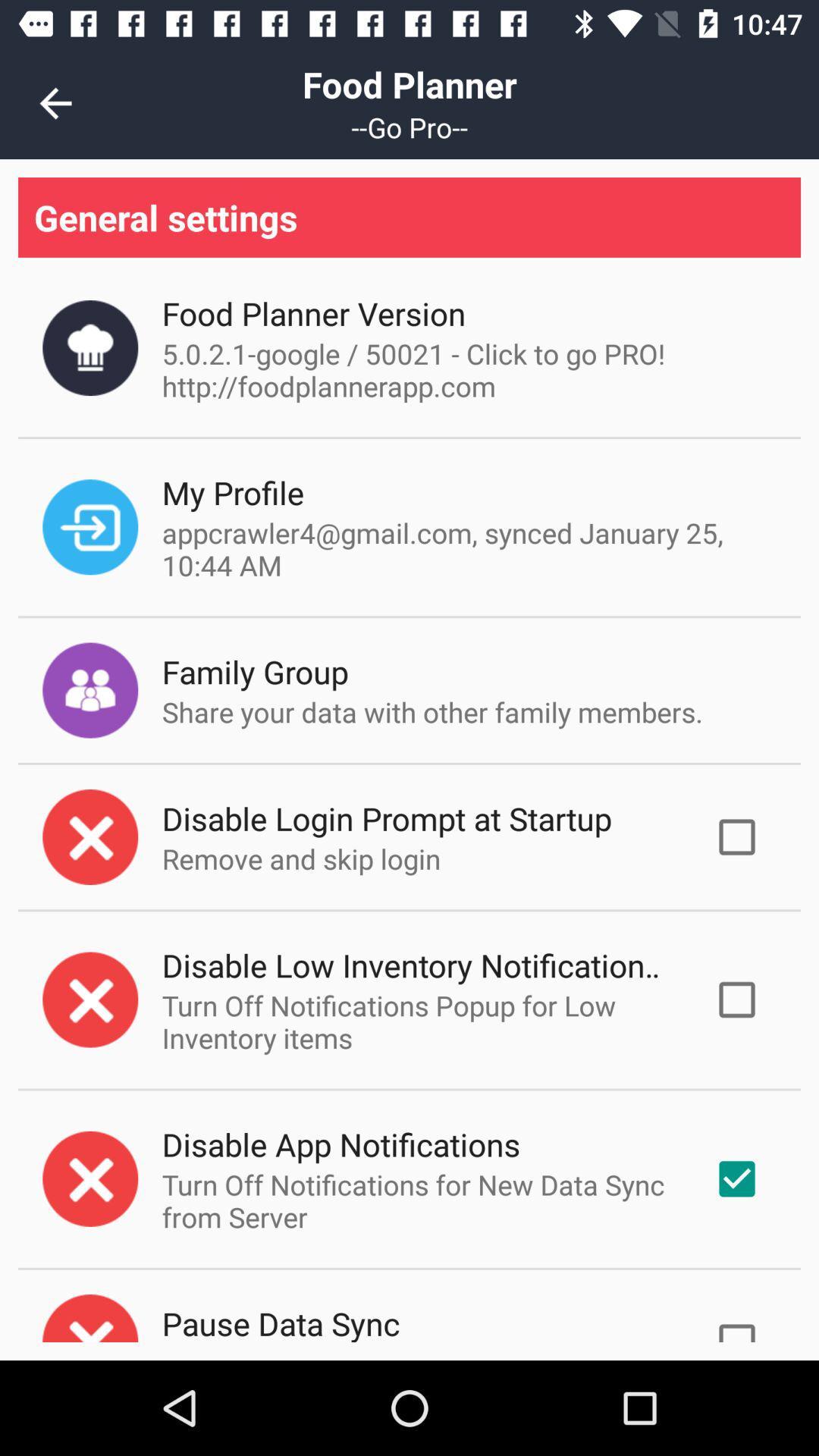  Describe the element at coordinates (409, 216) in the screenshot. I see `icon above the food planner version` at that location.